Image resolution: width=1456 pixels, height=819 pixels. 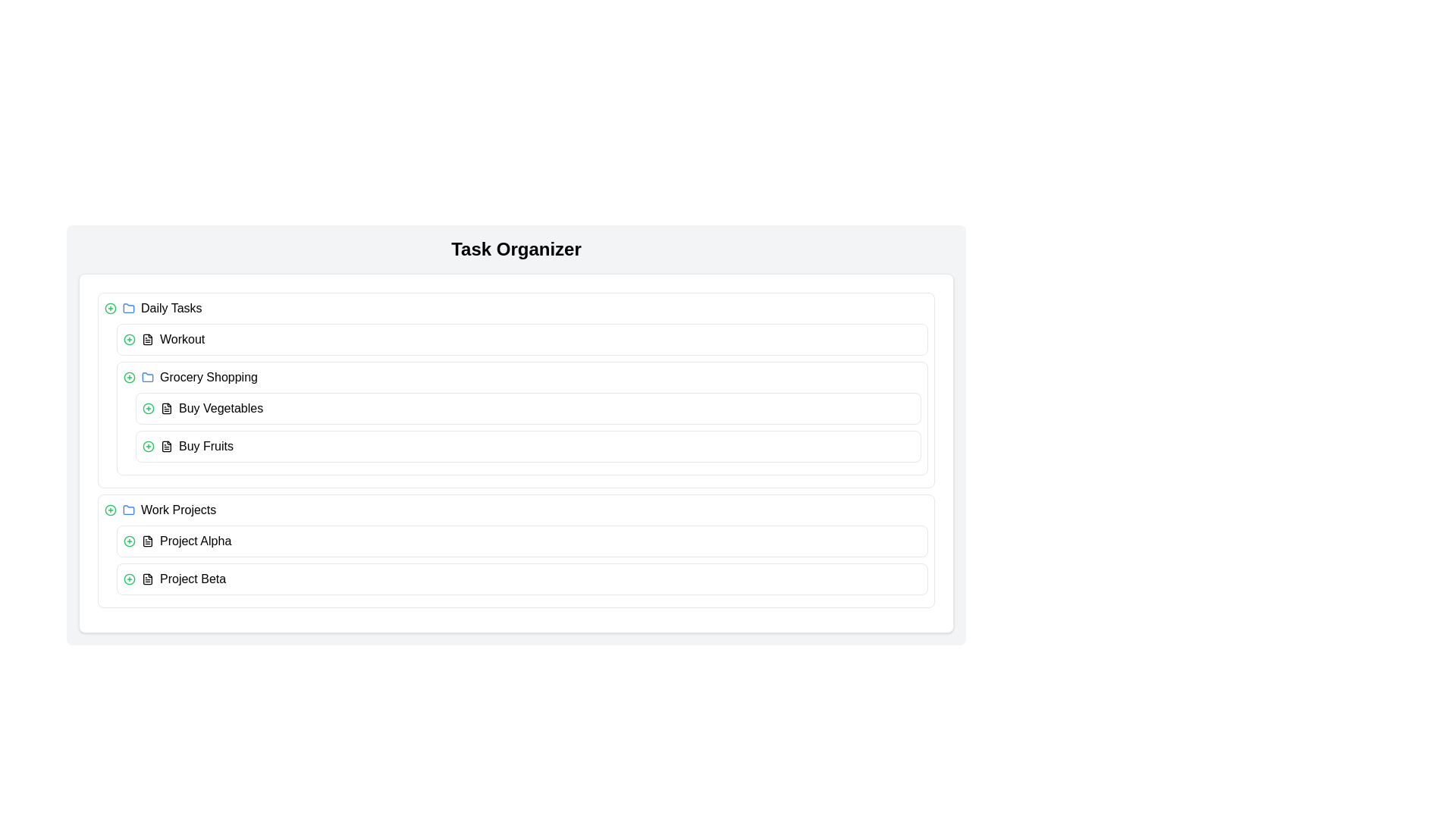 What do you see at coordinates (528, 446) in the screenshot?
I see `the 'Buy Fruits' task item in the 'Grocery Shopping' subsection of the 'Task Organizer'` at bounding box center [528, 446].